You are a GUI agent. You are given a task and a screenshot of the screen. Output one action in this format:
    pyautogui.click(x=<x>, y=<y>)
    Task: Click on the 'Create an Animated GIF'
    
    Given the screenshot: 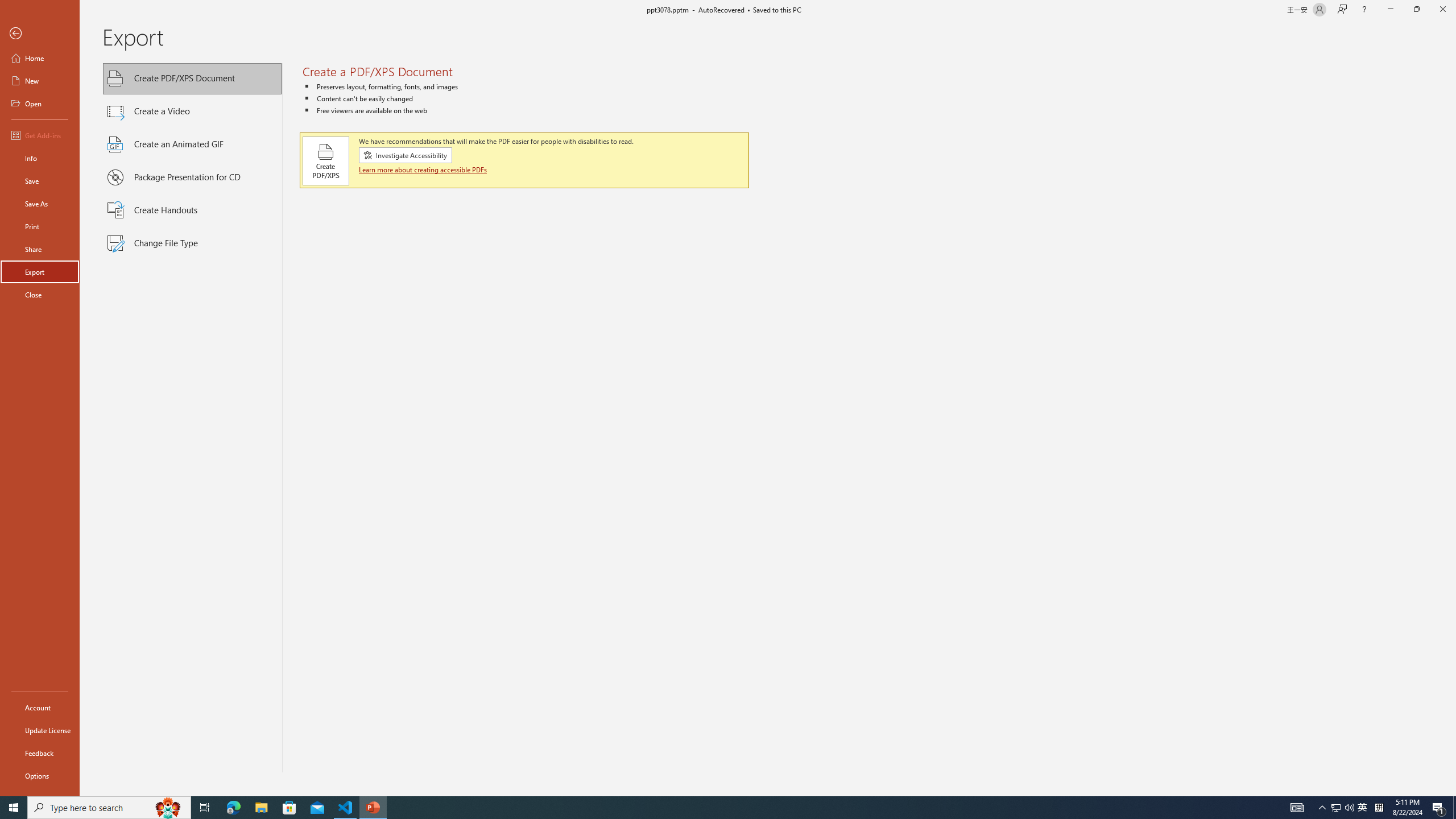 What is the action you would take?
    pyautogui.click(x=192, y=144)
    